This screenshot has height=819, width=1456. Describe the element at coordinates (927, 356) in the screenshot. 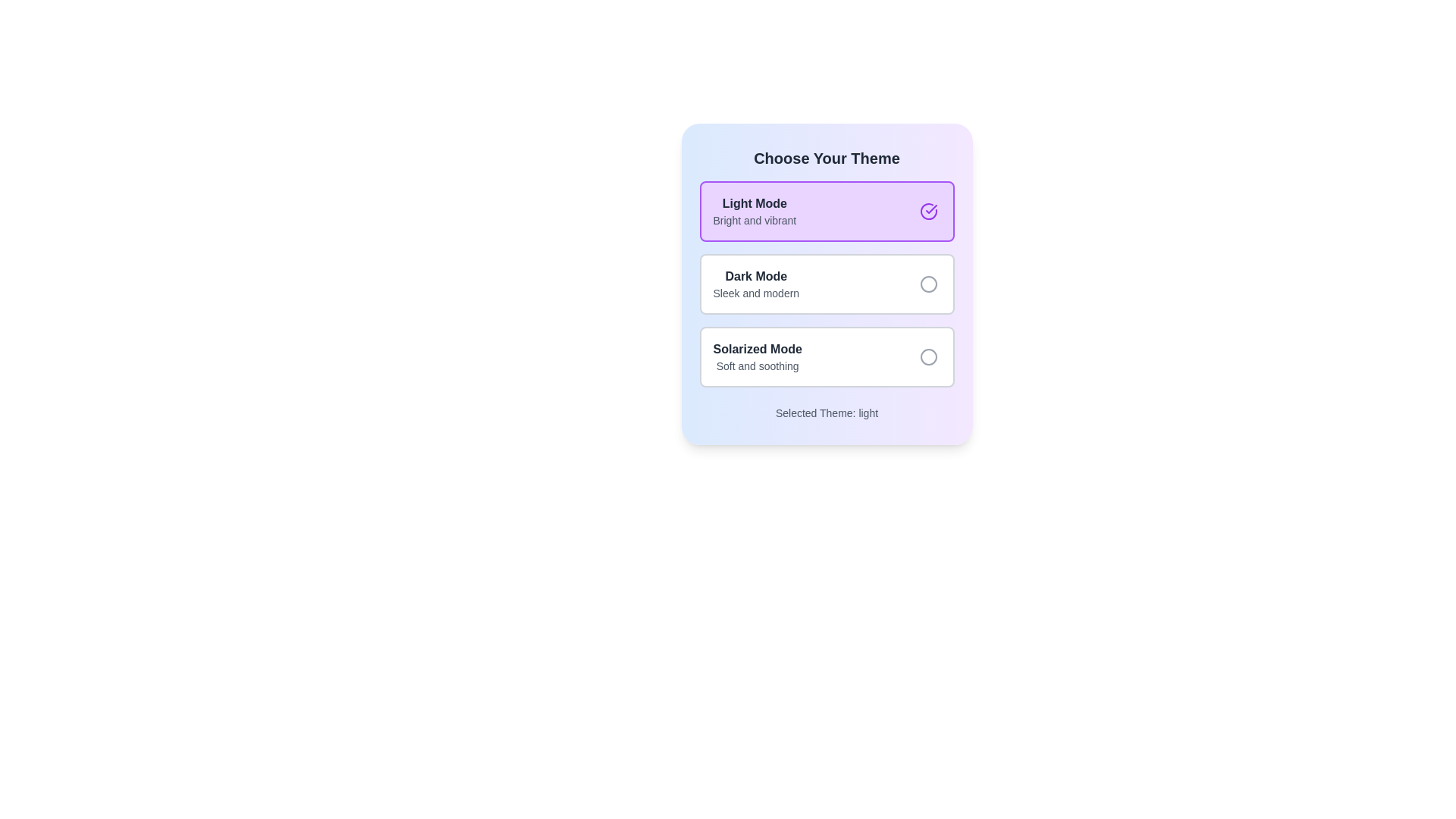

I see `the 'Solarized Mode' radio button` at that location.